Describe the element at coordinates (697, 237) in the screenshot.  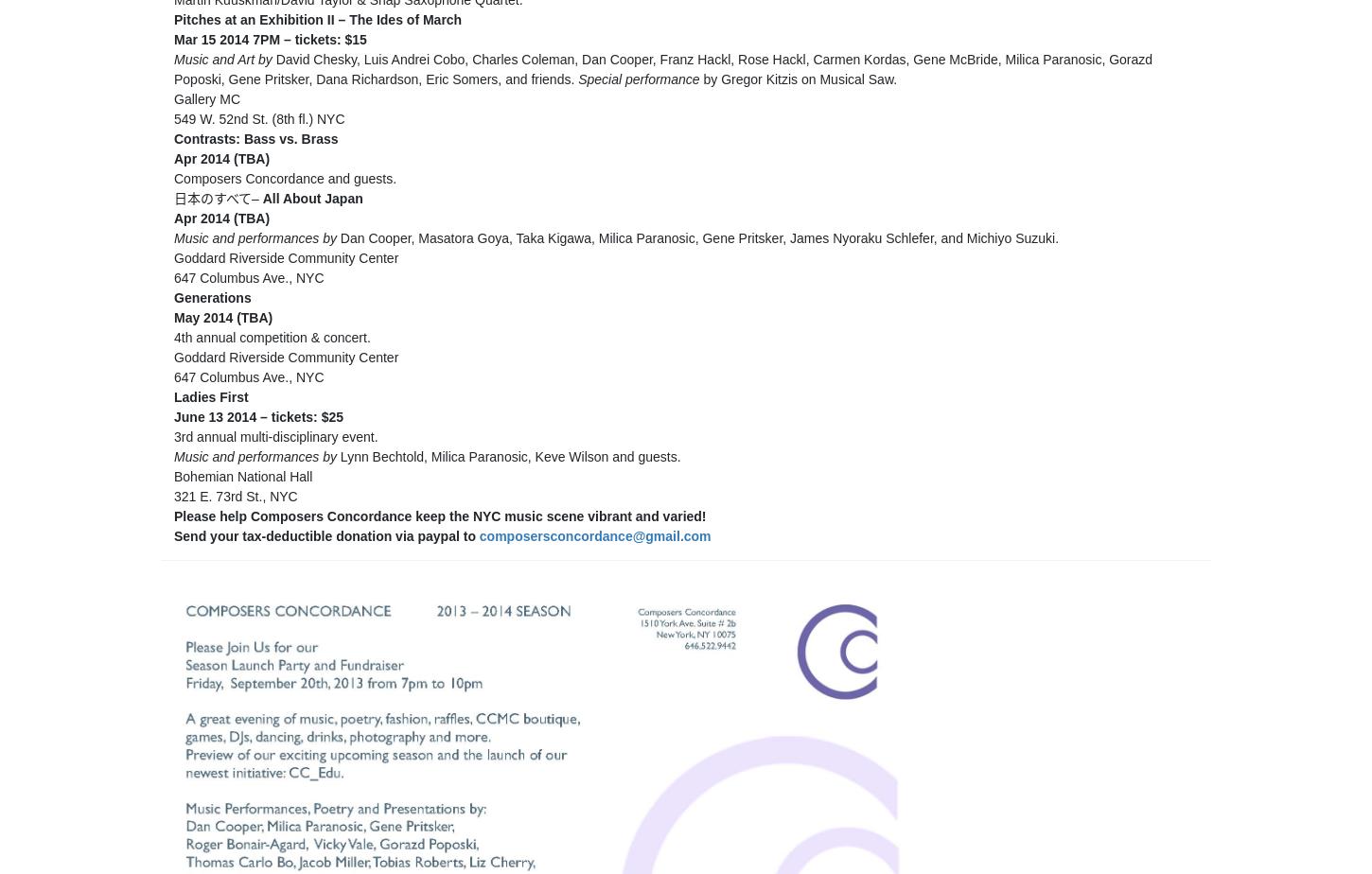
I see `'Dan Cooper, Masatora Goya, Taka Kigawa, Milica Paranosic, Gene Pritsker, James Nyoraku Schlefer, and Michiyo Suzuki.'` at that location.